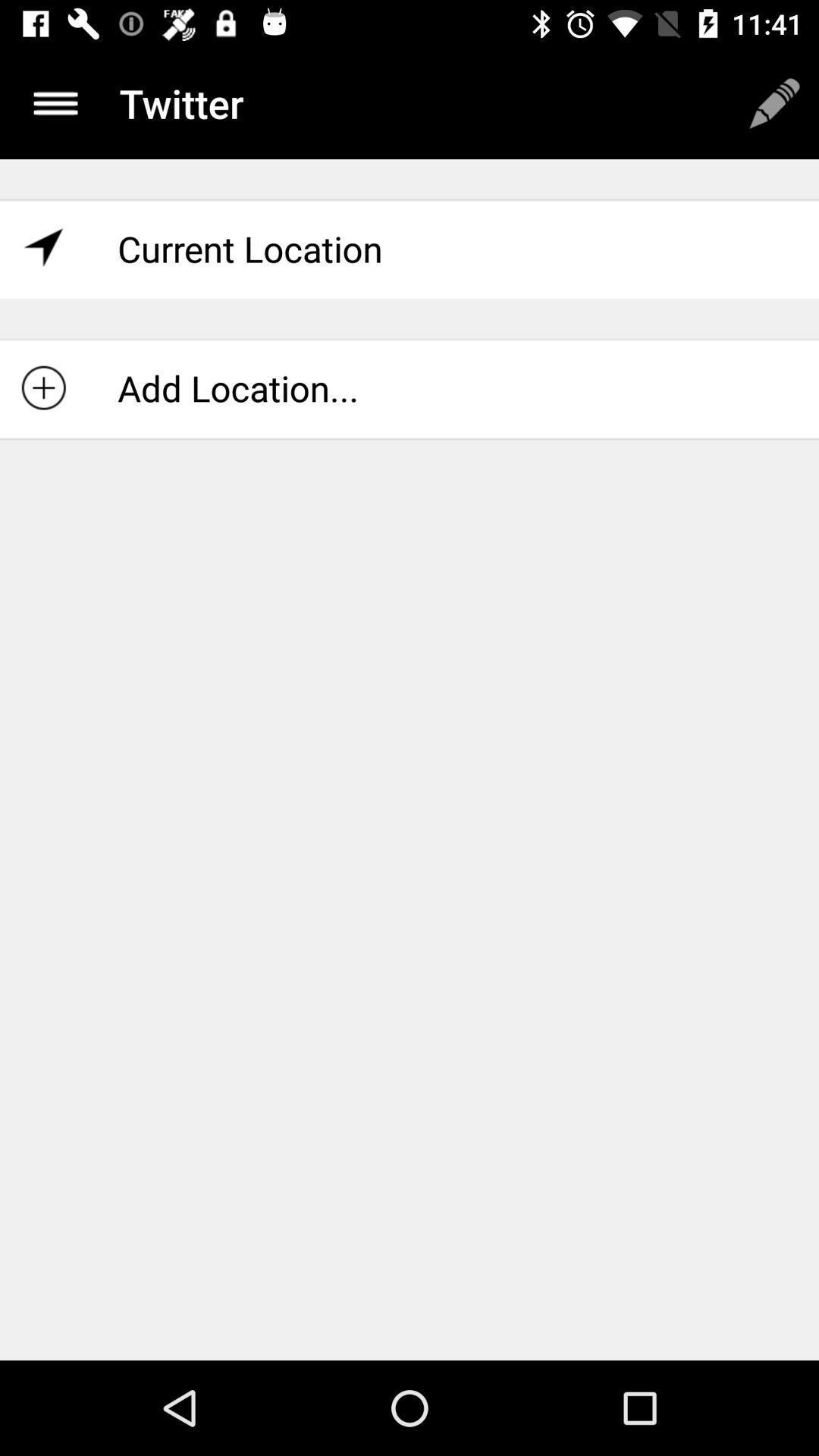  I want to click on the item next to twitter item, so click(774, 102).